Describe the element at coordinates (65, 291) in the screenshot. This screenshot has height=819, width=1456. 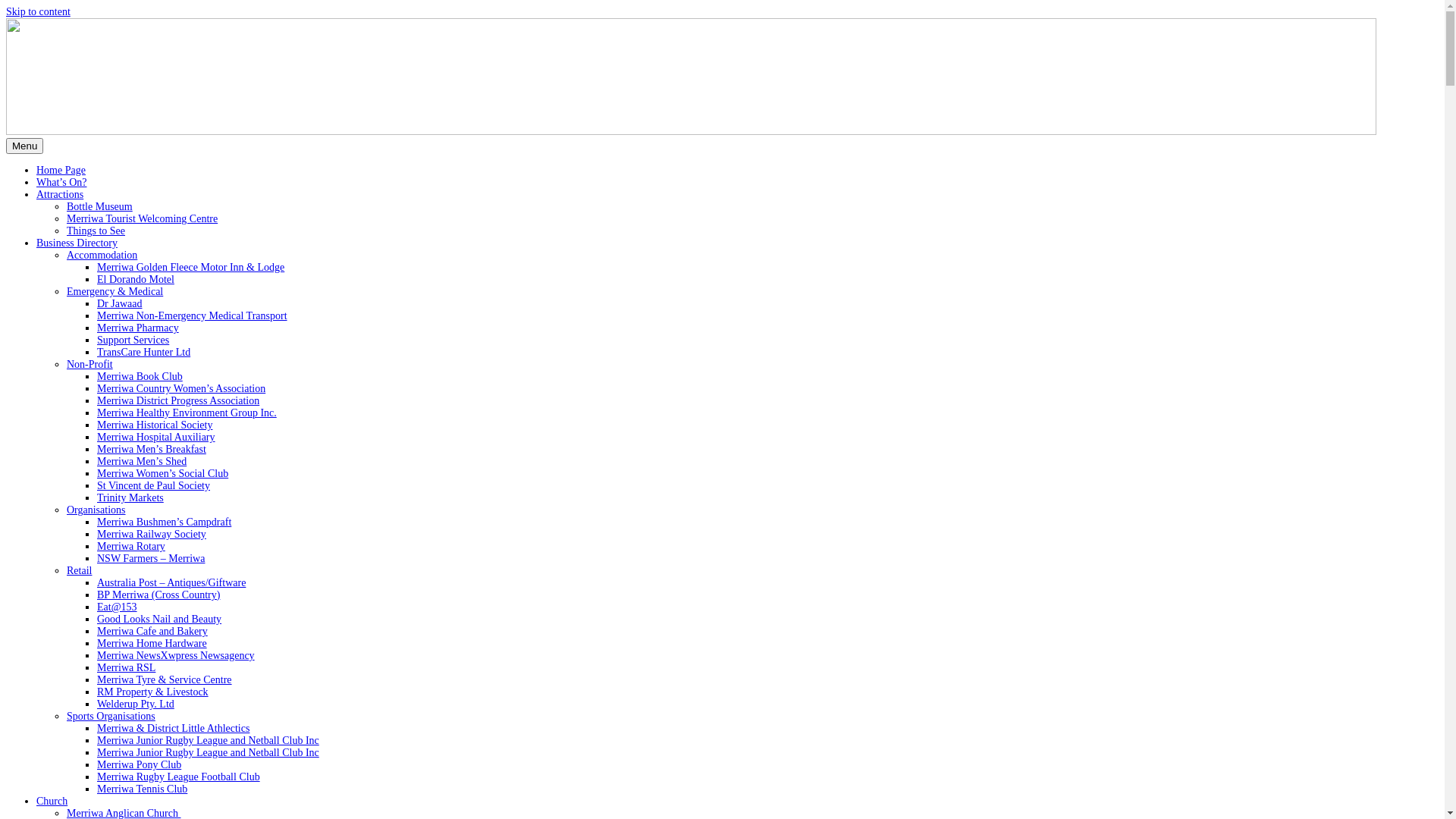
I see `'Emergency & Medical'` at that location.